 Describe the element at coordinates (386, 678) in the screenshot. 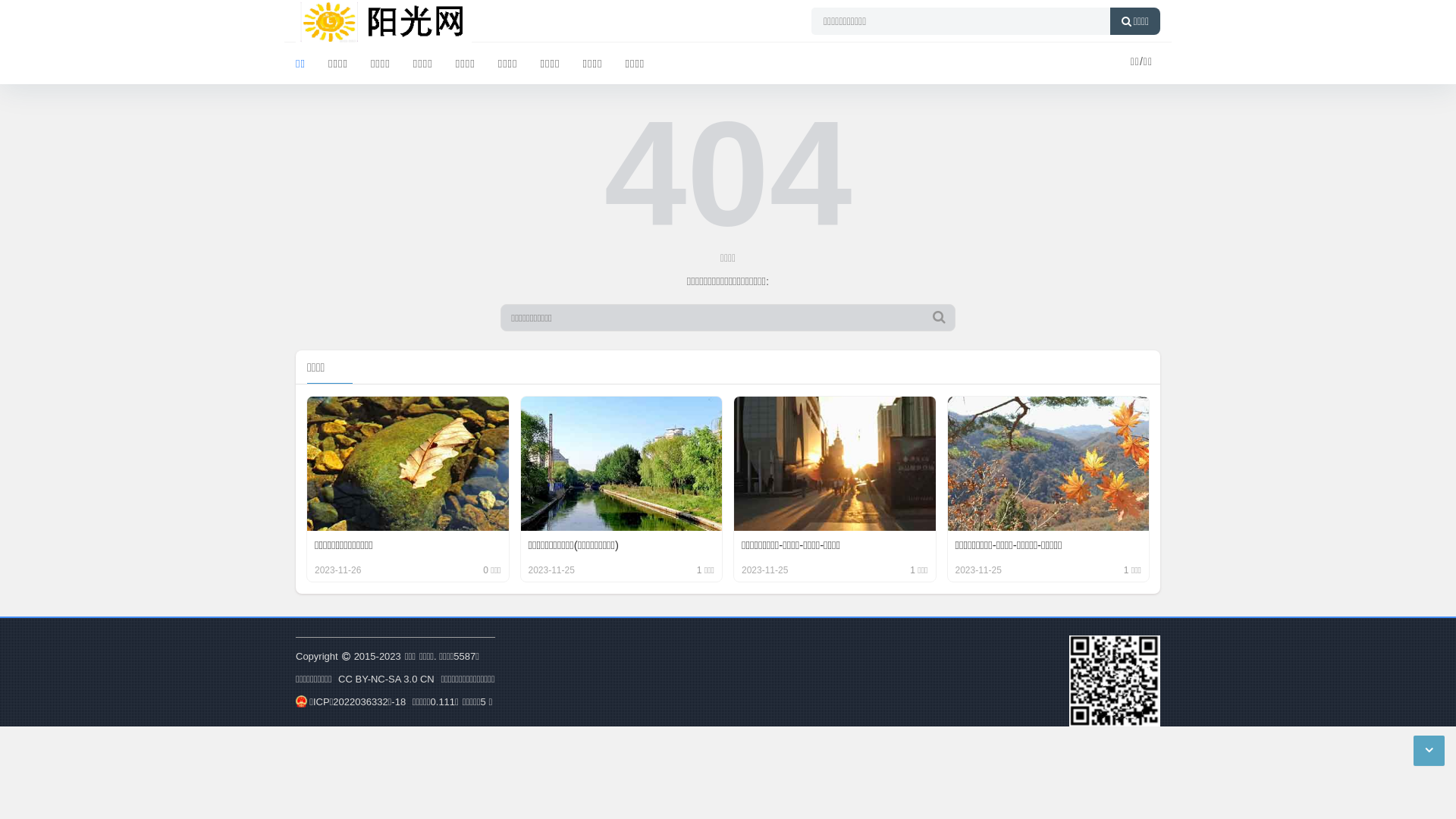

I see `'CC BY-NC-SA 3.0 CN'` at that location.